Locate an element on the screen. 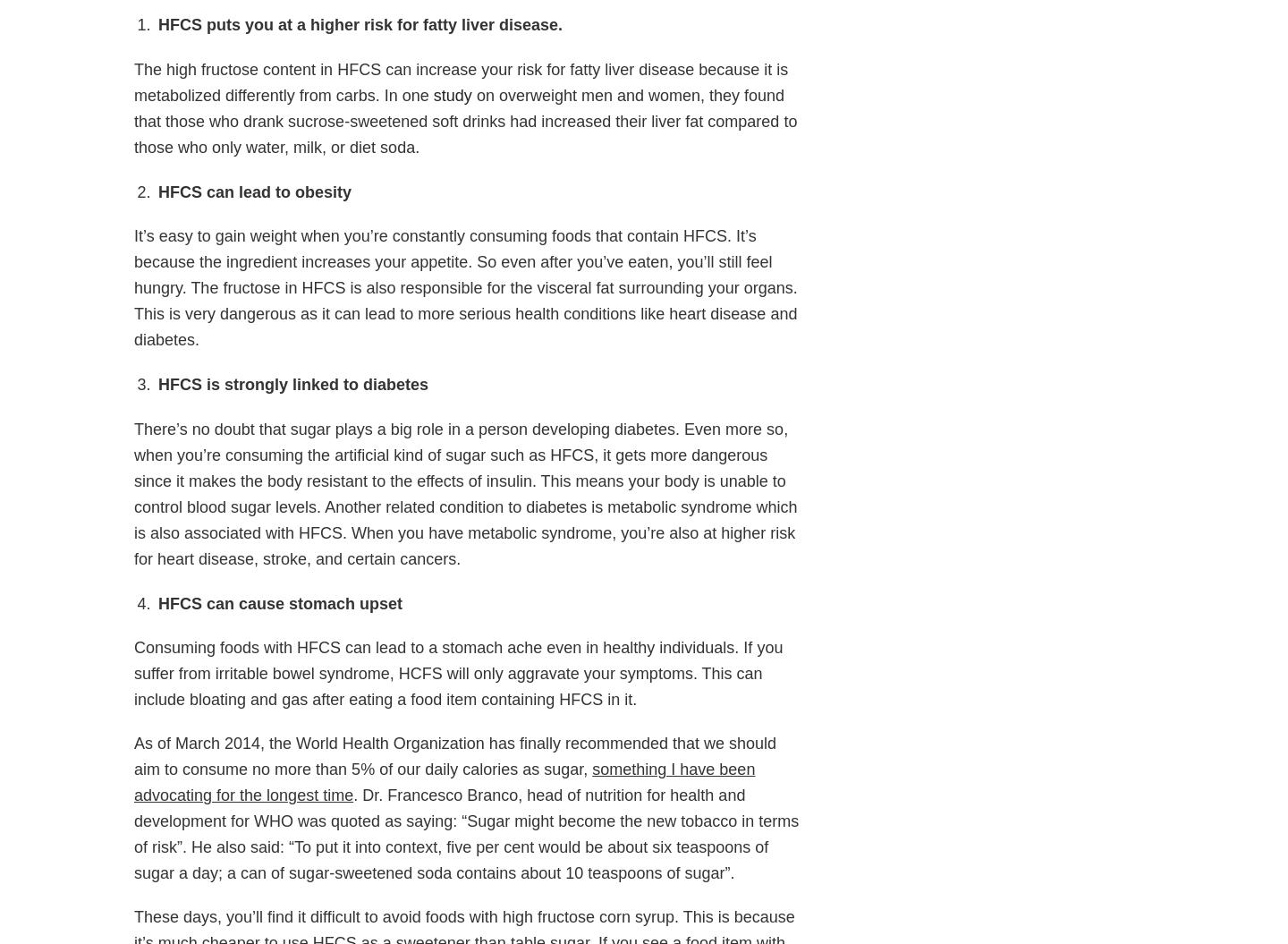  'There’s no doubt that sugar plays a big role in a person developing diabetes. Even more so, when you’re consuming the artificial kind of sugar such as HFCS, it gets more dangerous since it makes the body resistant to the effects of insulin. This means your body is unable to control blood sugar levels. Another related condition to diabetes is metabolic syndrome which is also associated with HFCS. When you have metabolic syndrome, you’re also at higher risk for heart disease, stroke, and certain cancers.' is located at coordinates (464, 492).